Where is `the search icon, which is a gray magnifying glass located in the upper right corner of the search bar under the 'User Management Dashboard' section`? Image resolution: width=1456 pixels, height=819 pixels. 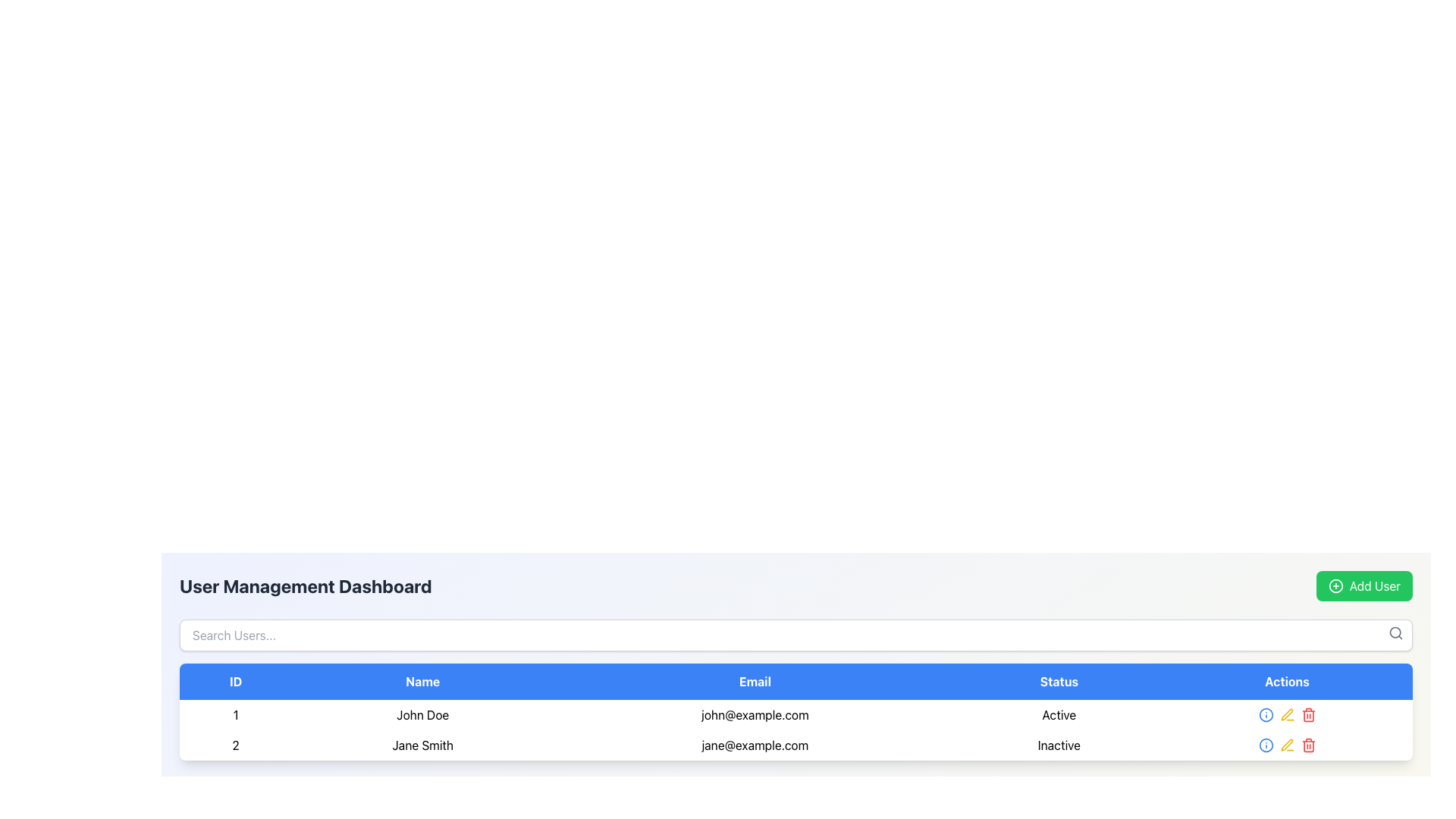
the search icon, which is a gray magnifying glass located in the upper right corner of the search bar under the 'User Management Dashboard' section is located at coordinates (1395, 632).